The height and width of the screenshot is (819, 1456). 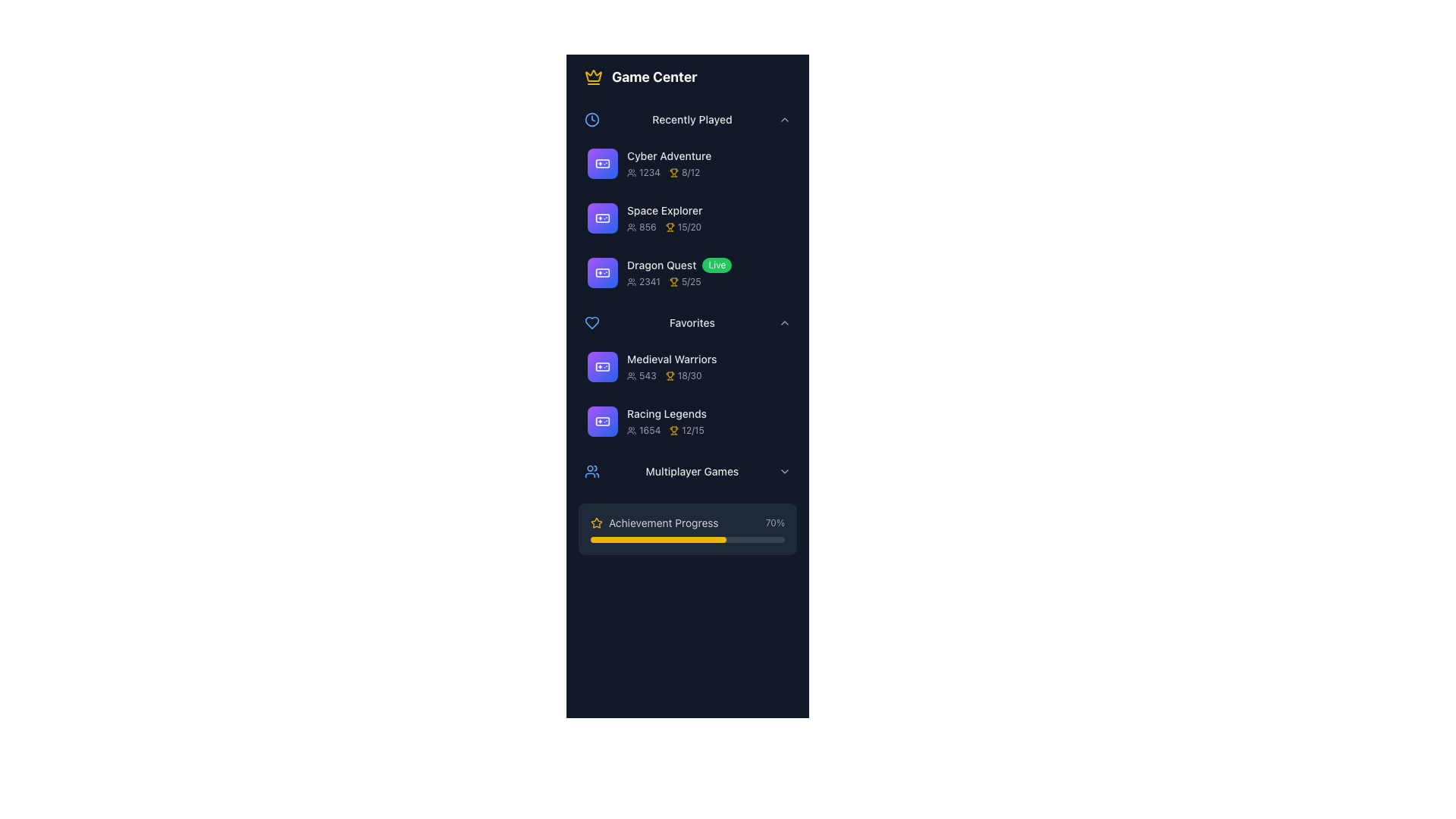 What do you see at coordinates (687, 271) in the screenshot?
I see `the 'Dragon Quest' list item in the 'Recently Played' section of the game center menu` at bounding box center [687, 271].